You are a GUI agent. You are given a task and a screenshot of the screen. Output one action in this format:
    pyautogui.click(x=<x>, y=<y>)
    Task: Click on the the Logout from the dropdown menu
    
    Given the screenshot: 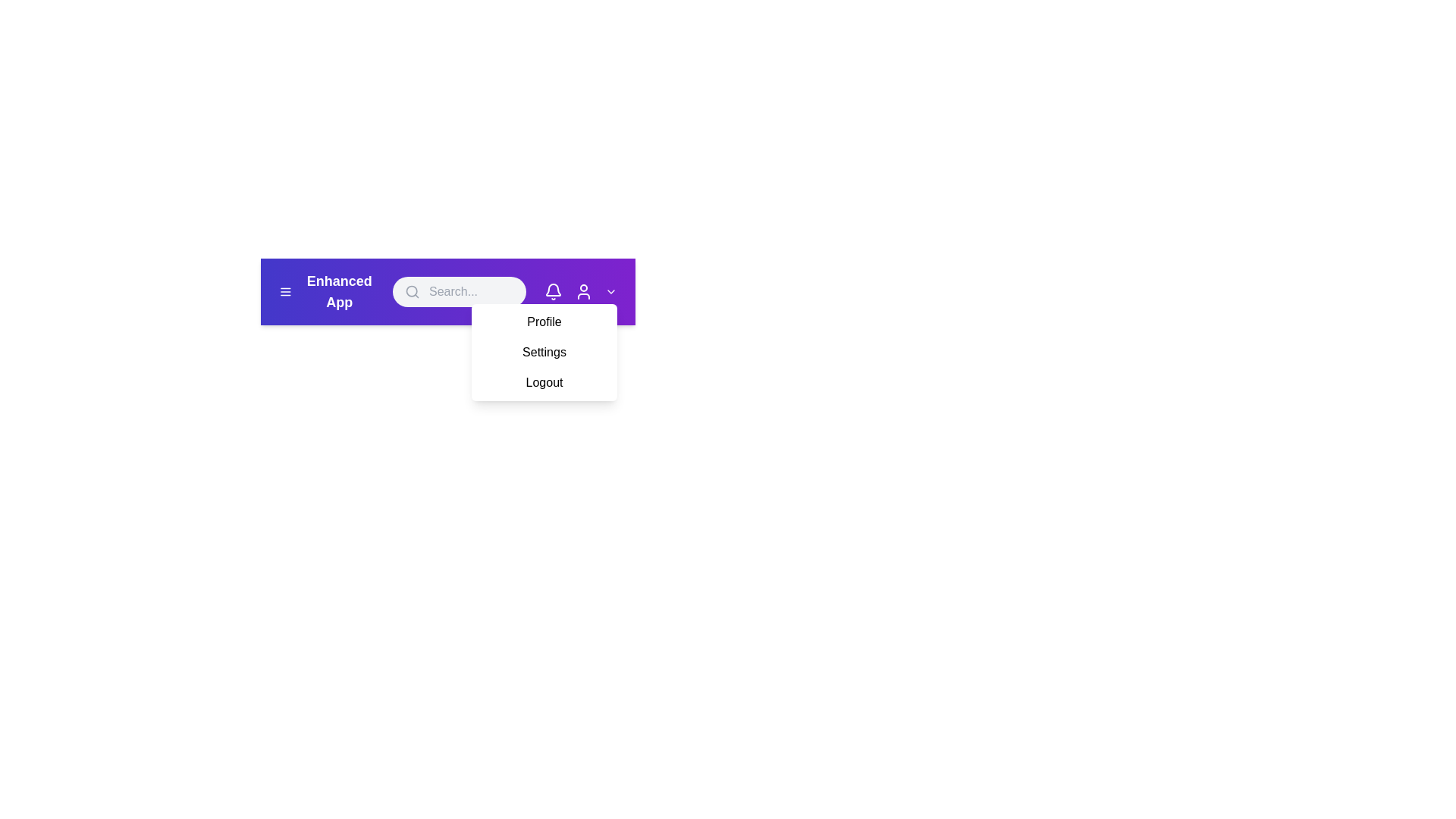 What is the action you would take?
    pyautogui.click(x=544, y=382)
    